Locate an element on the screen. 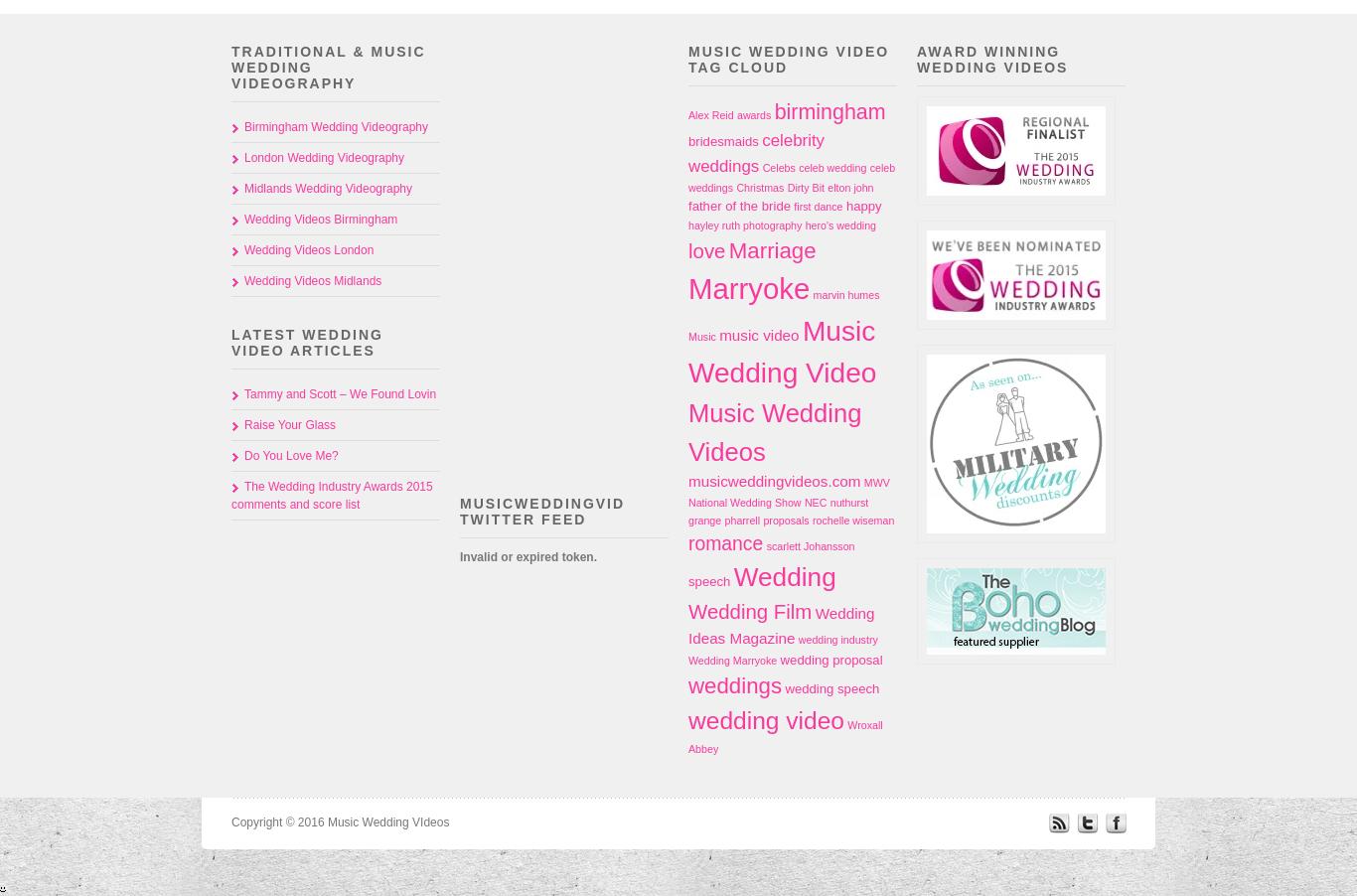 The height and width of the screenshot is (896, 1357). 'happy' is located at coordinates (862, 204).